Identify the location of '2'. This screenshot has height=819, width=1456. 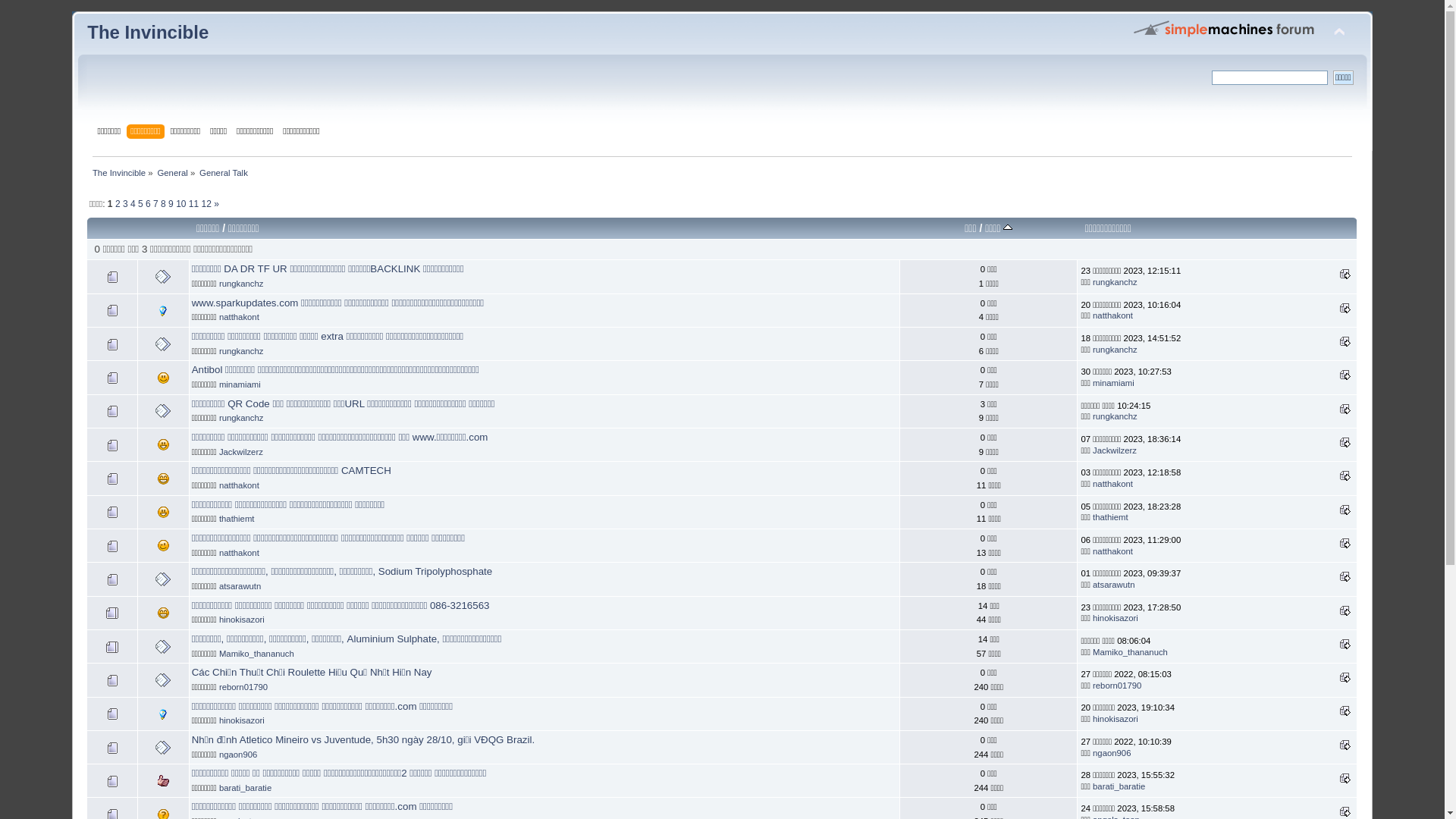
(117, 203).